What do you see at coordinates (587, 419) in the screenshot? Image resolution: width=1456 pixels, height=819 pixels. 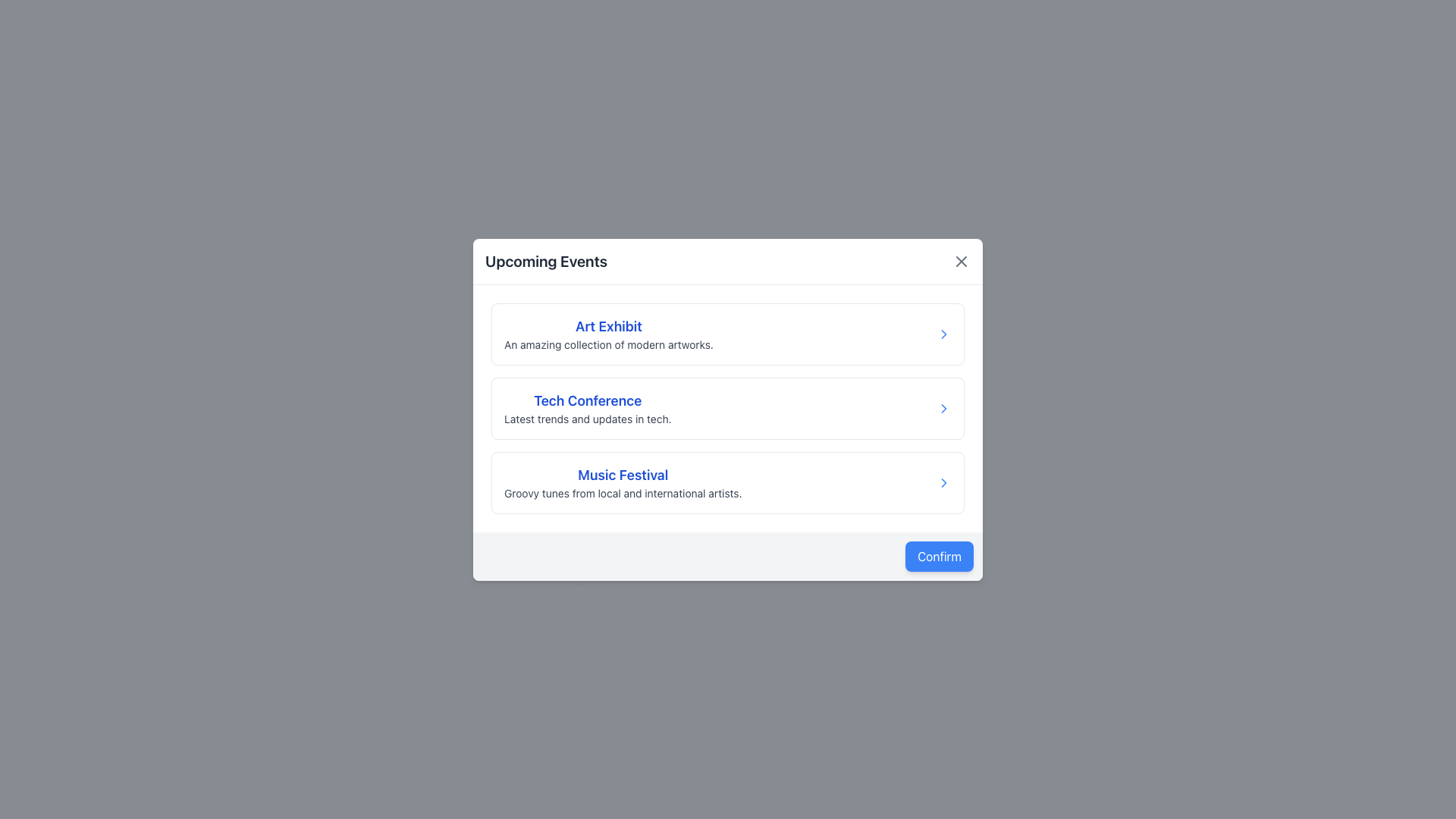 I see `the text descriptor located in the second item of the vertically stacked list within the 'Upcoming Events' modal, directly beneath the title 'Tech Conference.'` at bounding box center [587, 419].